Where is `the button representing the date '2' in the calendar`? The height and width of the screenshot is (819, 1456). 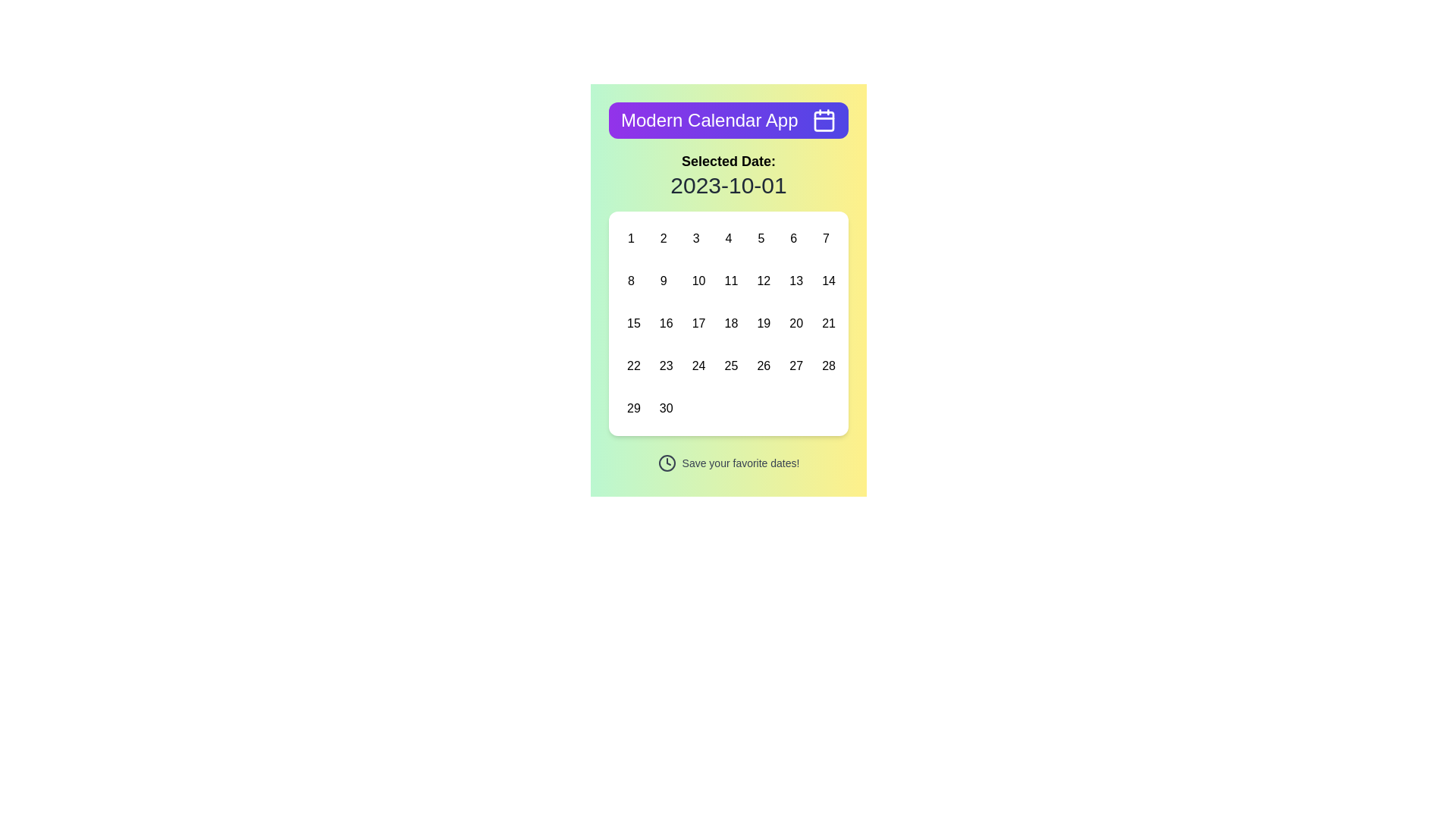 the button representing the date '2' in the calendar is located at coordinates (664, 239).